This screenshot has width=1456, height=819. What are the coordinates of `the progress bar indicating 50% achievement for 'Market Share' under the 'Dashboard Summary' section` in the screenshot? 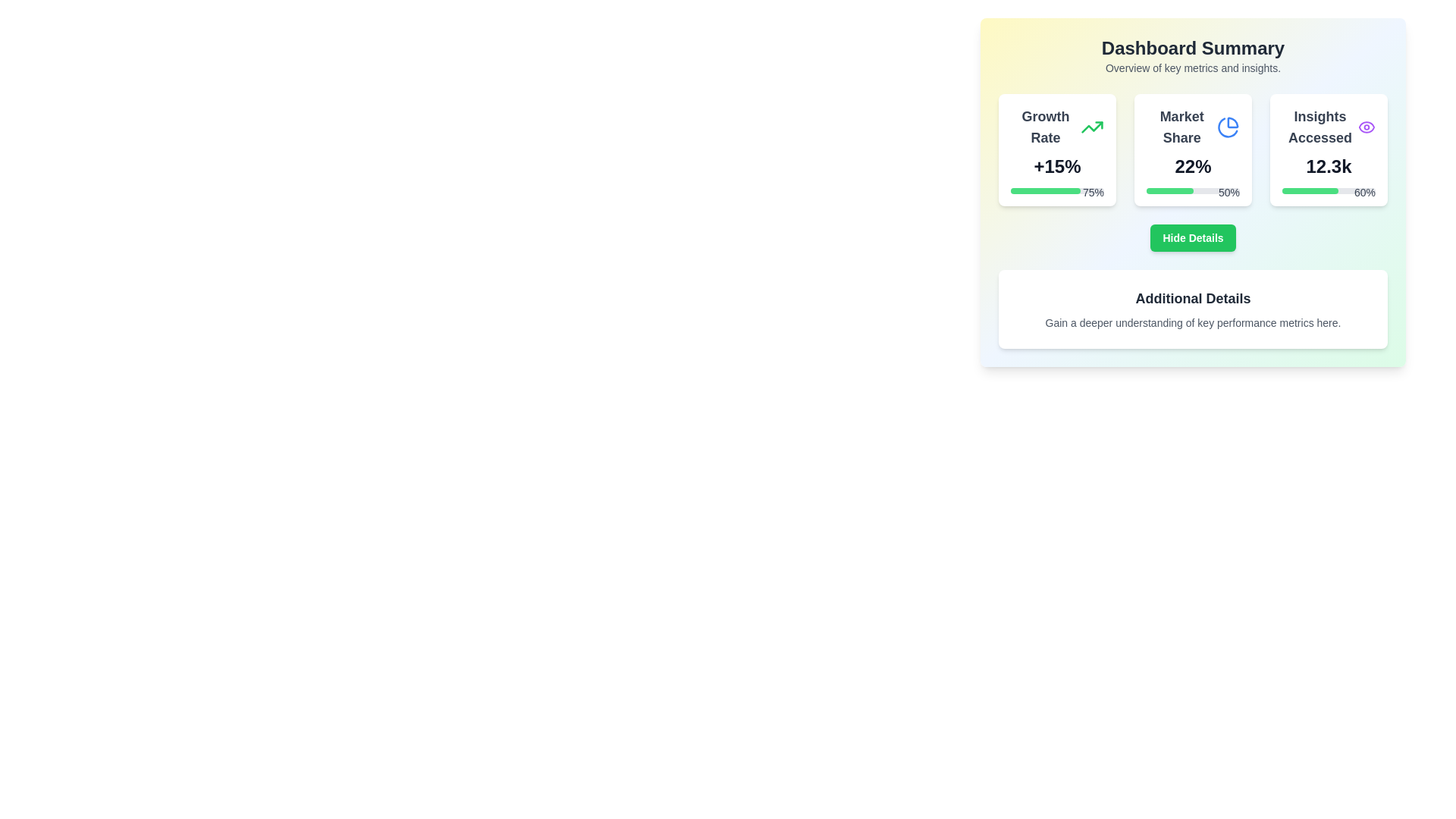 It's located at (1169, 190).